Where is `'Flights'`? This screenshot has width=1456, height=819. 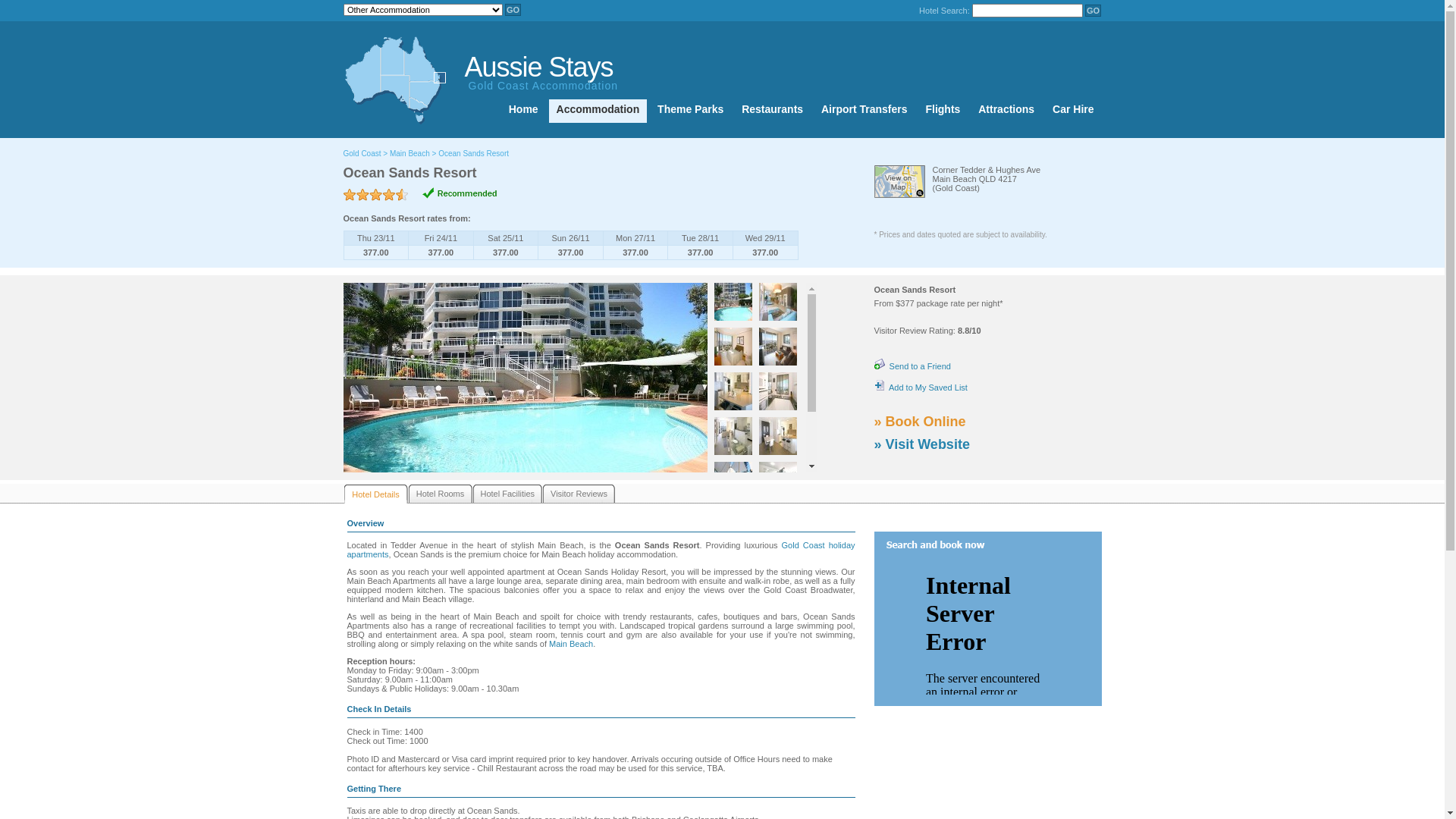 'Flights' is located at coordinates (942, 110).